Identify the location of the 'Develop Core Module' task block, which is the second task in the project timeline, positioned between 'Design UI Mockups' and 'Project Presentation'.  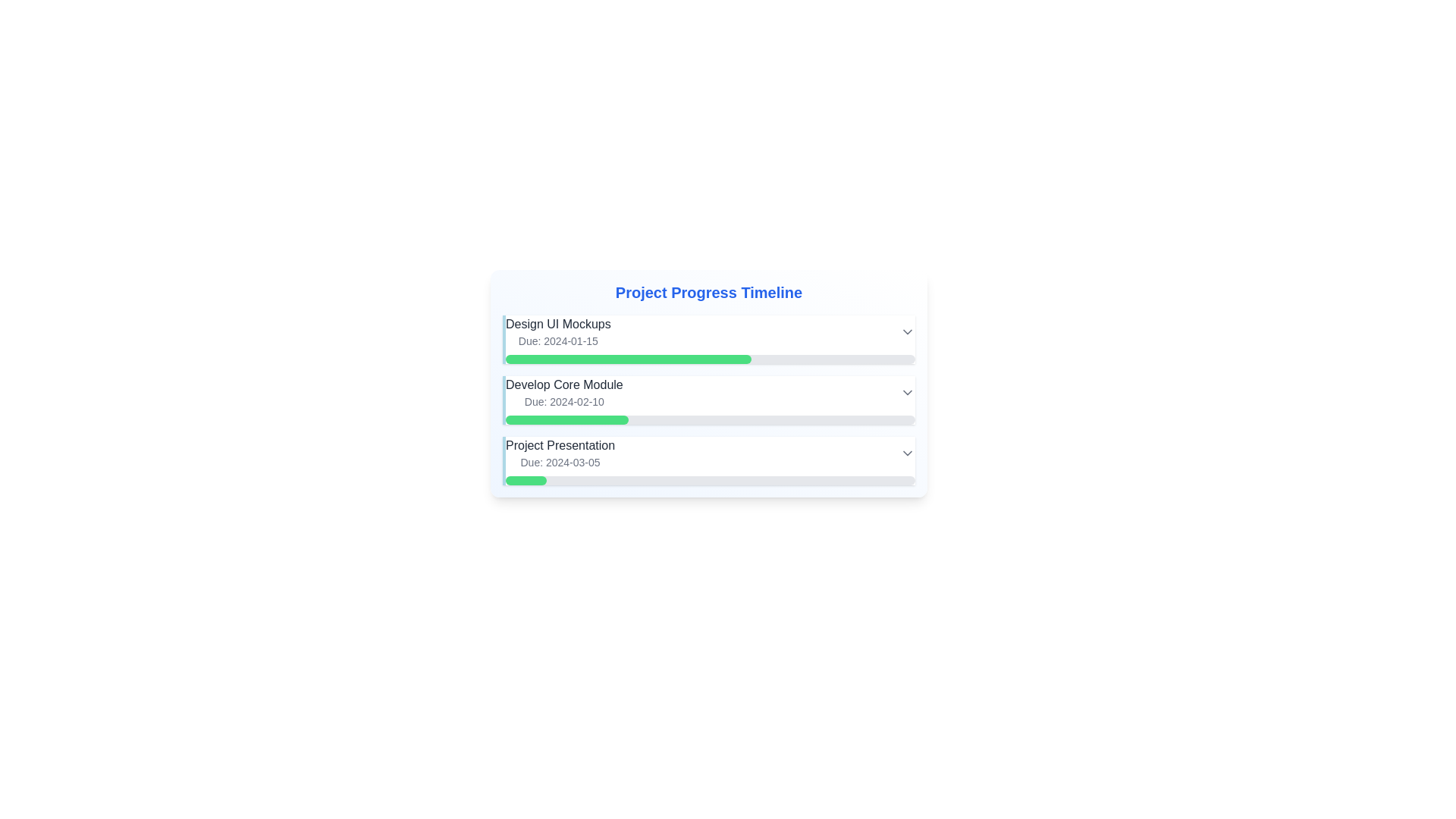
(709, 391).